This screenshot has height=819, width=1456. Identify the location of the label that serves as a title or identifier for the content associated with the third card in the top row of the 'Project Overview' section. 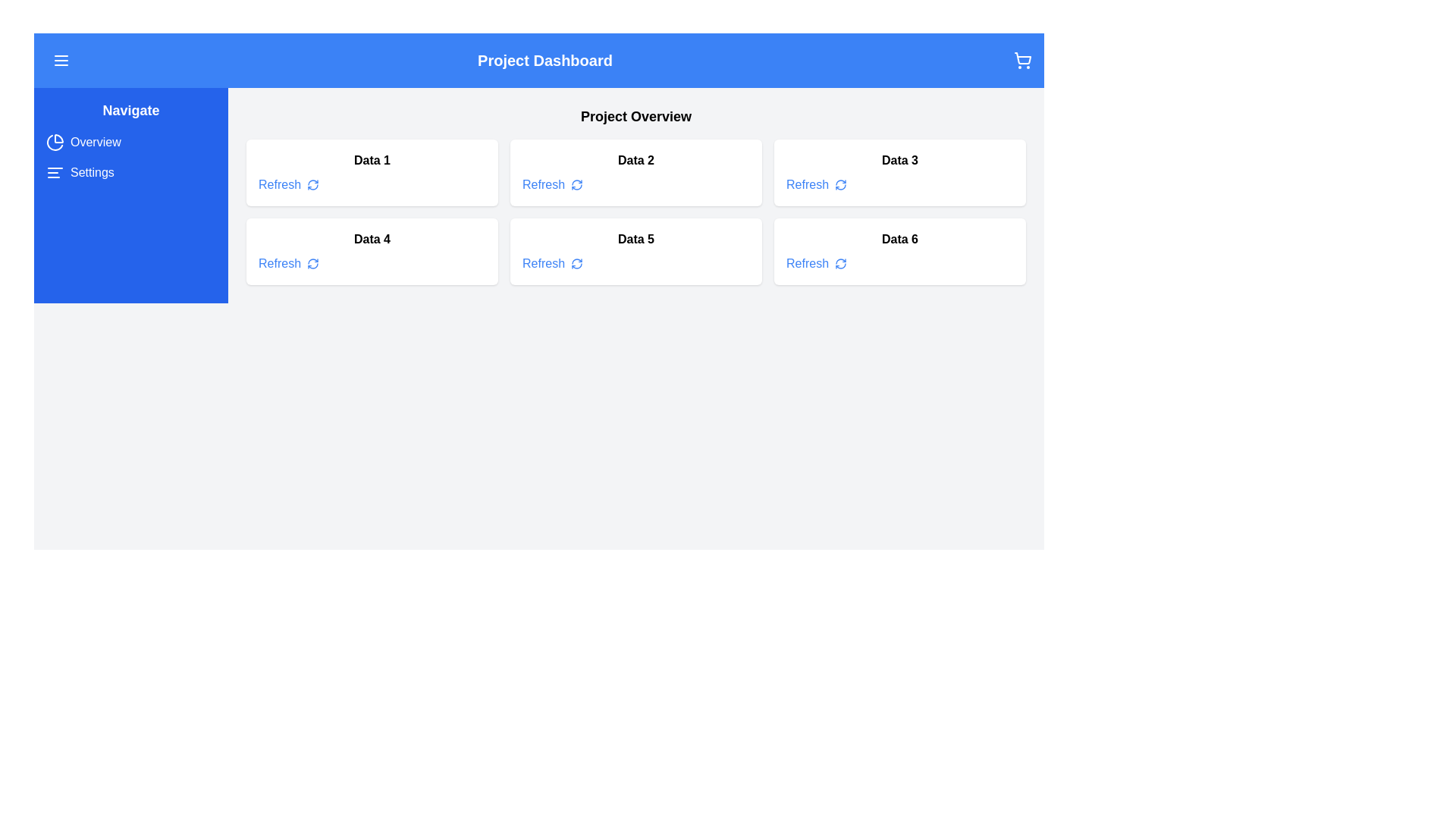
(899, 161).